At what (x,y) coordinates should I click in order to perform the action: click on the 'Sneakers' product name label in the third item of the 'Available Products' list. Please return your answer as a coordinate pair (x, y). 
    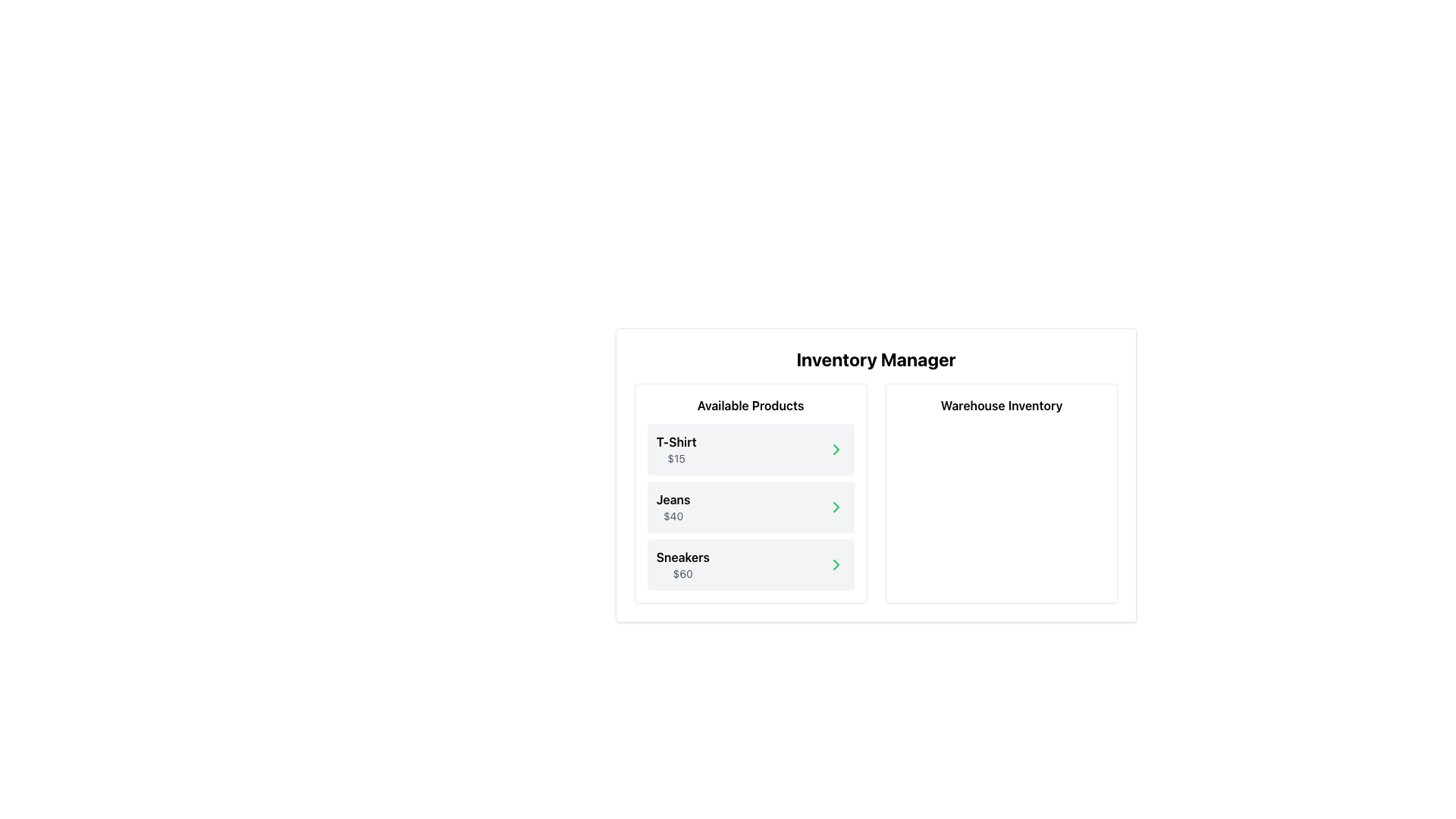
    Looking at the image, I should click on (682, 557).